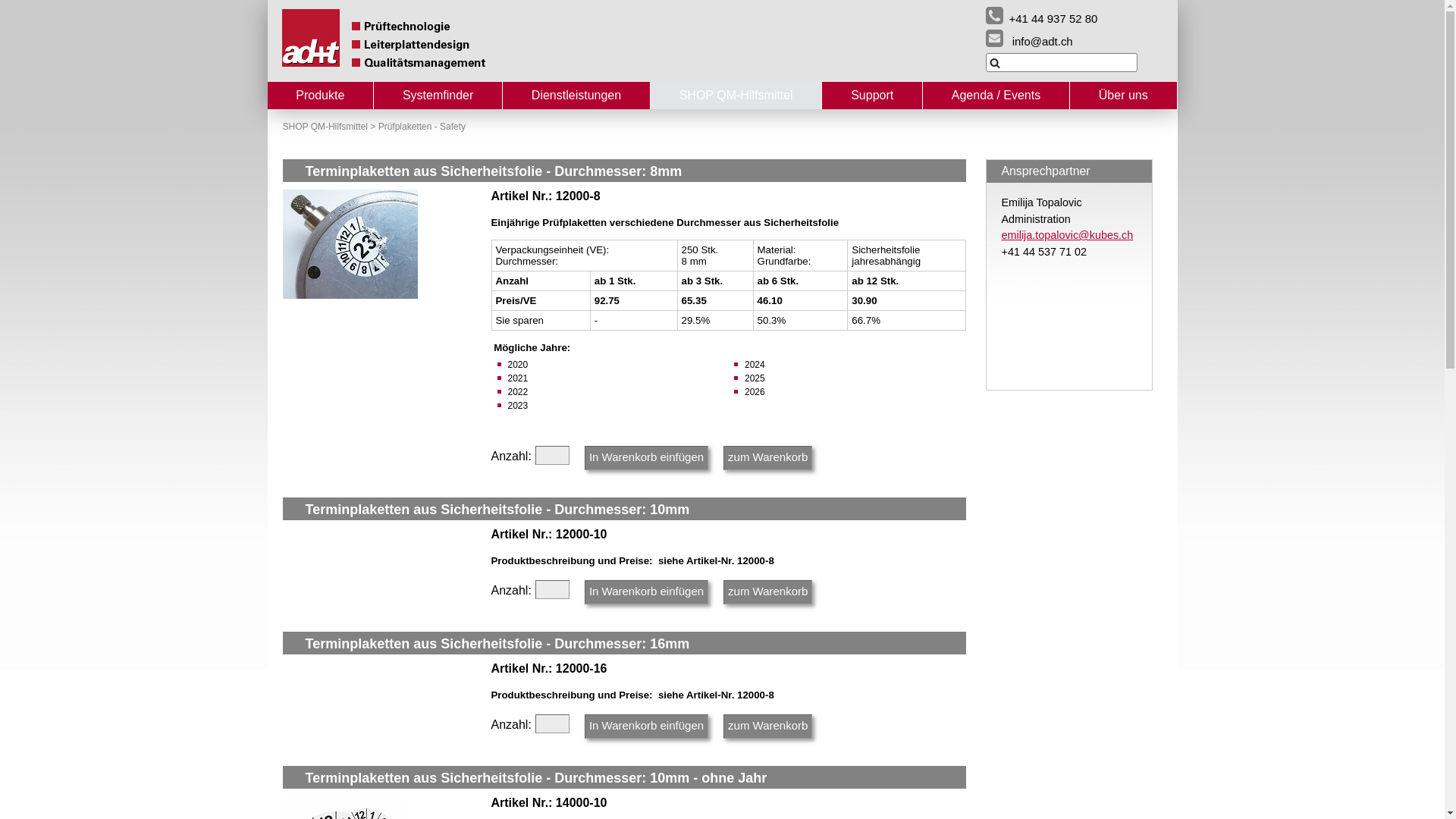 The width and height of the screenshot is (1456, 819). Describe the element at coordinates (1029, 37) in the screenshot. I see `'info@adt.ch'` at that location.